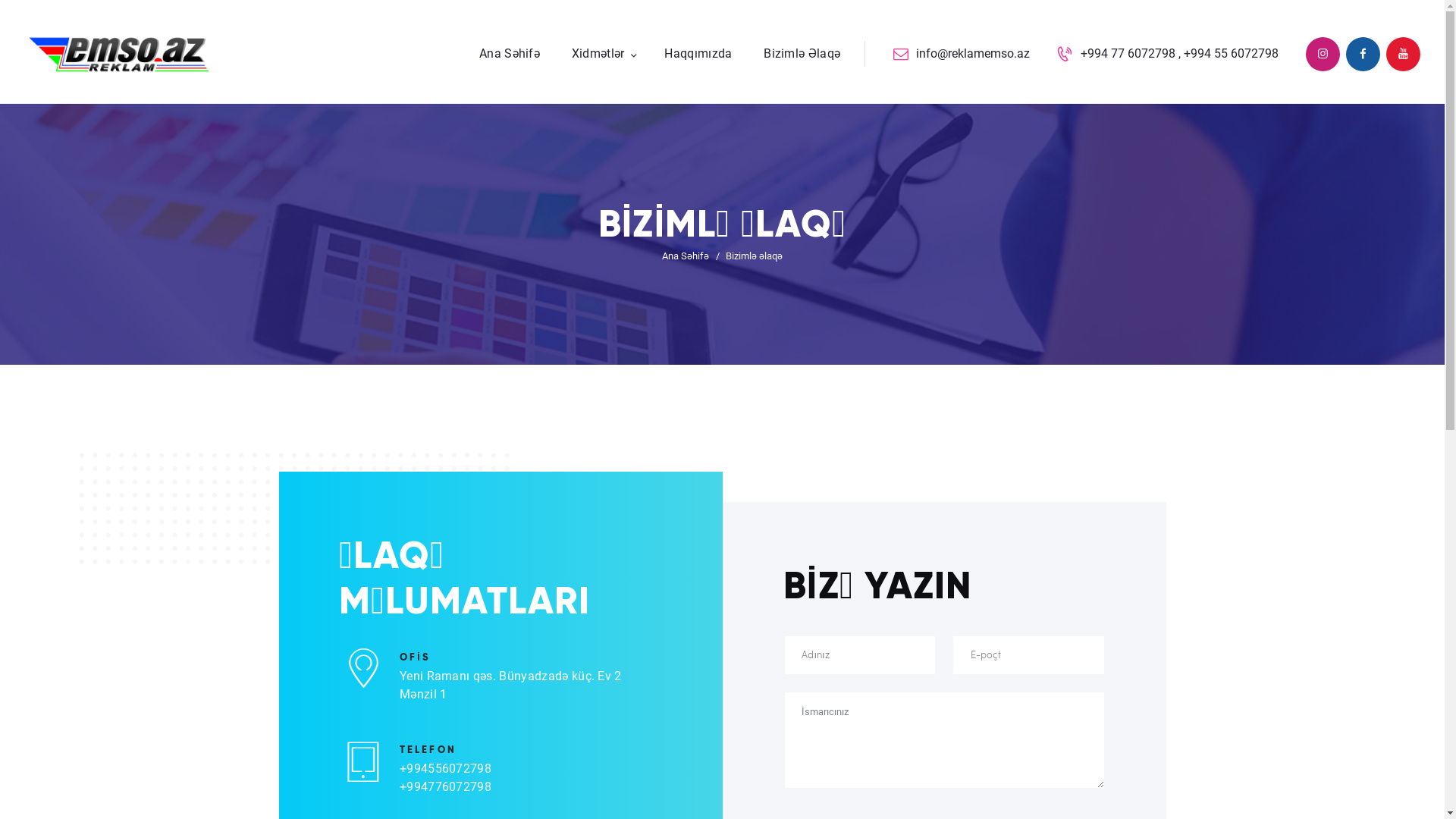  I want to click on 'info@reklamemso.az', so click(960, 53).